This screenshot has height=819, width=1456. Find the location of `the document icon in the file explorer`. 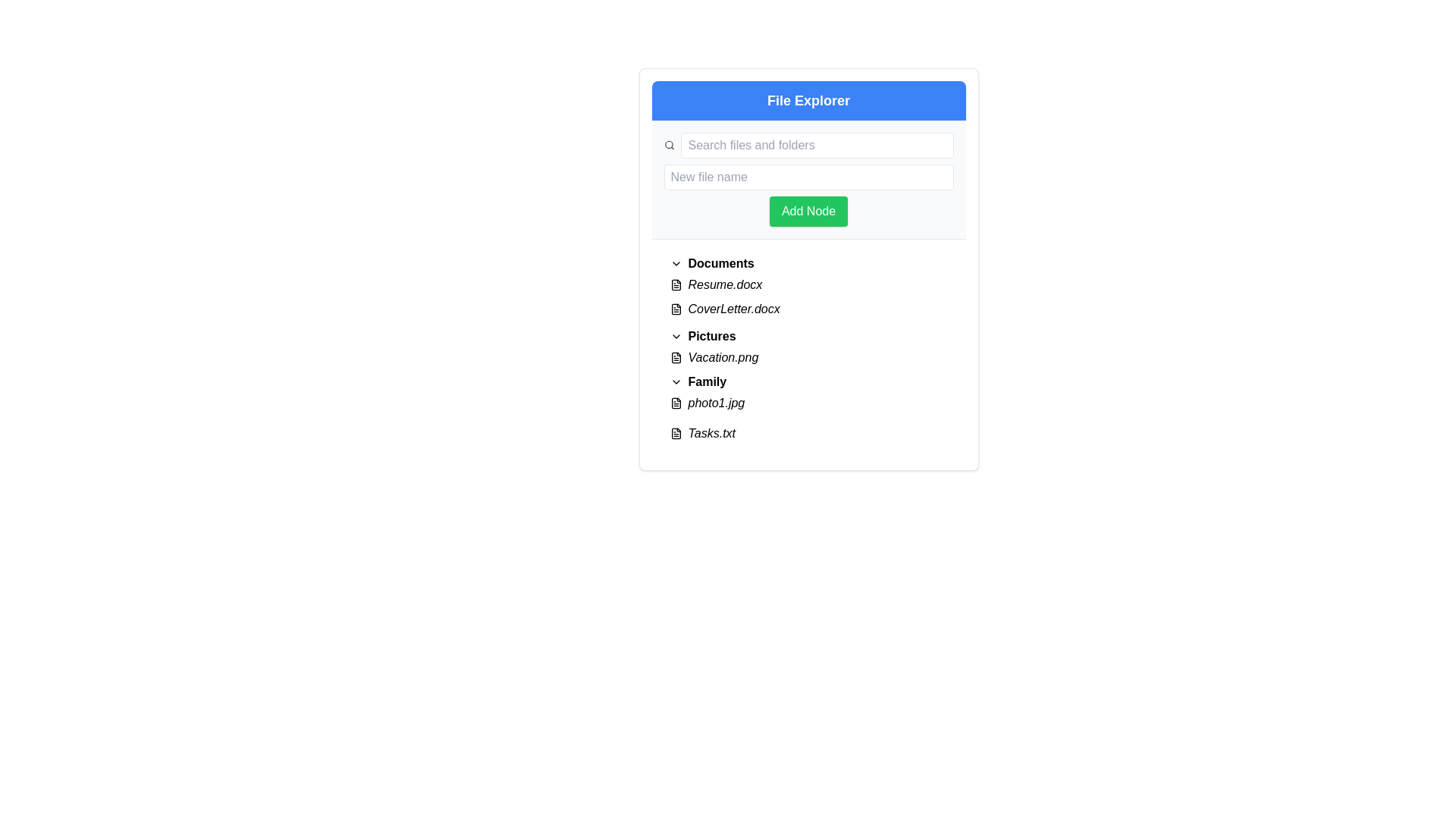

the document icon in the file explorer is located at coordinates (675, 309).